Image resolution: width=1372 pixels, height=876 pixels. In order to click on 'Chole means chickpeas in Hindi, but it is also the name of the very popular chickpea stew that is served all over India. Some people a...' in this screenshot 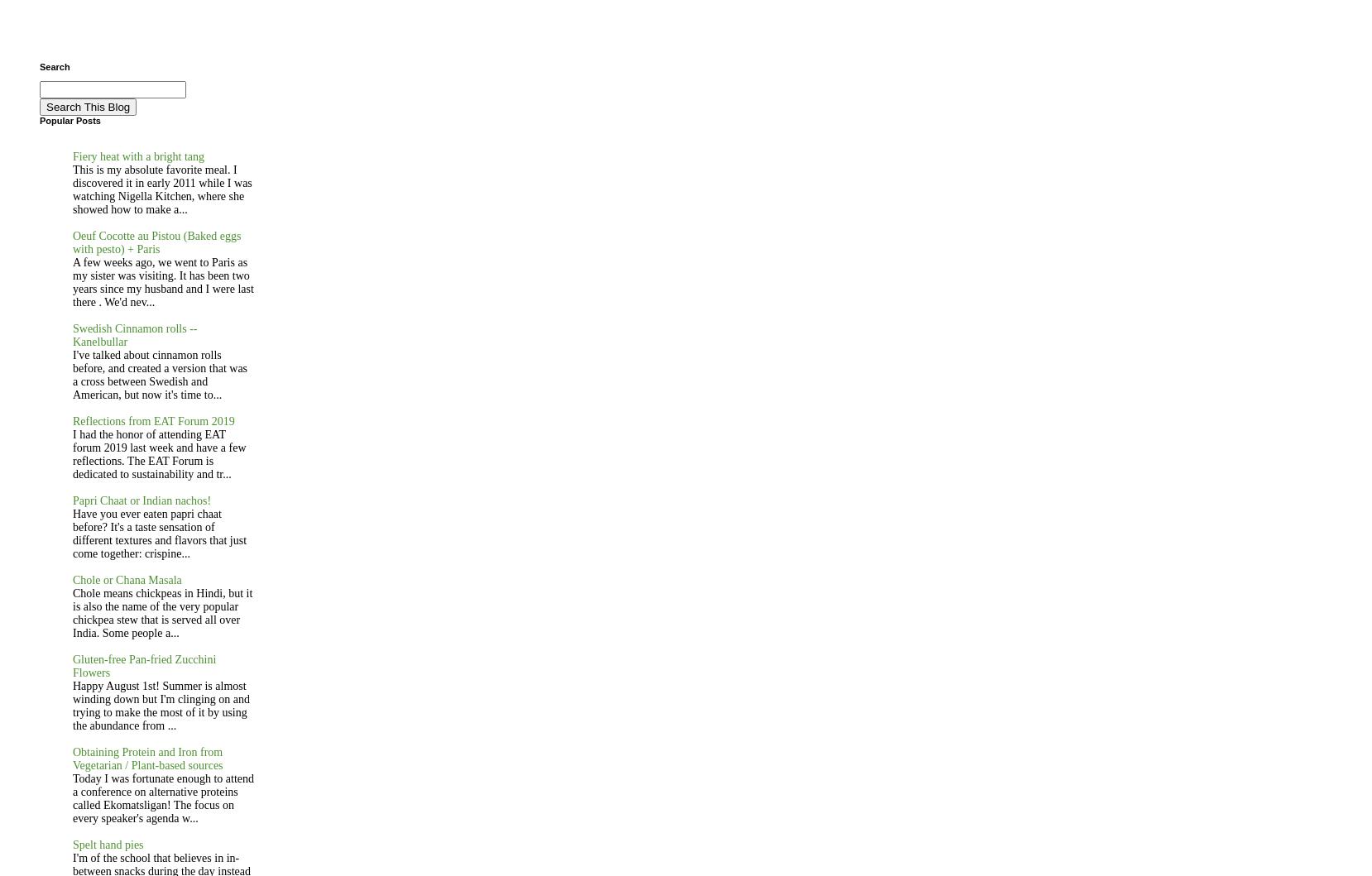, I will do `click(162, 613)`.